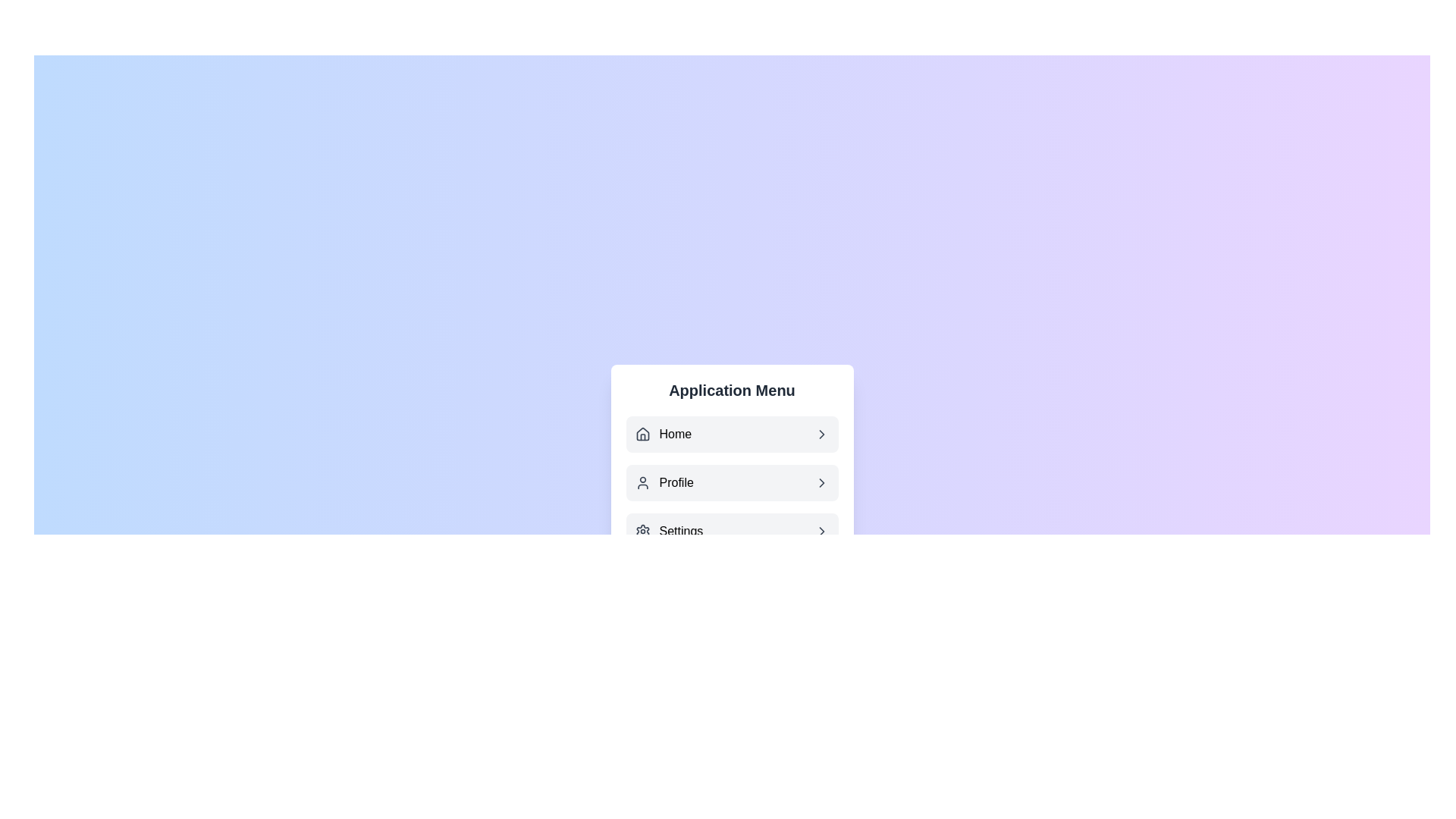  Describe the element at coordinates (821, 531) in the screenshot. I see `the chevron icon on the right end of the 'Settings' menu item` at that location.